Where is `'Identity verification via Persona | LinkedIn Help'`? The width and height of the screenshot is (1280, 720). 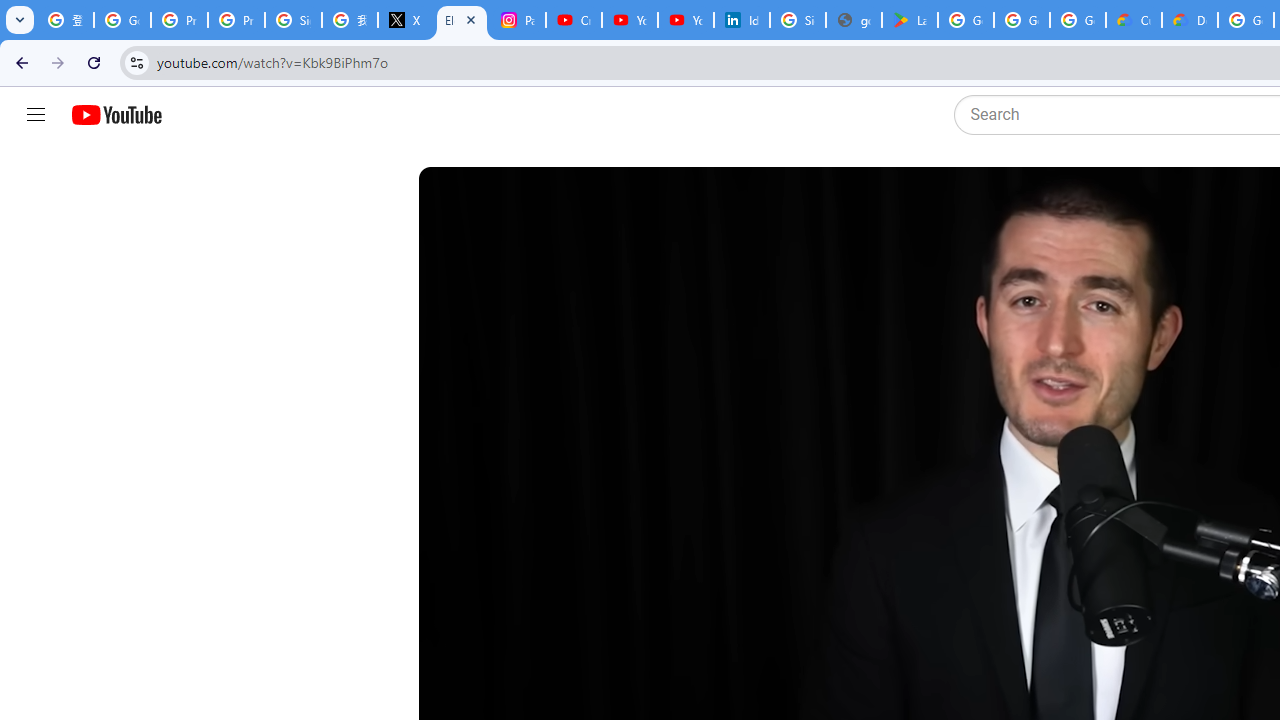
'Identity verification via Persona | LinkedIn Help' is located at coordinates (741, 20).